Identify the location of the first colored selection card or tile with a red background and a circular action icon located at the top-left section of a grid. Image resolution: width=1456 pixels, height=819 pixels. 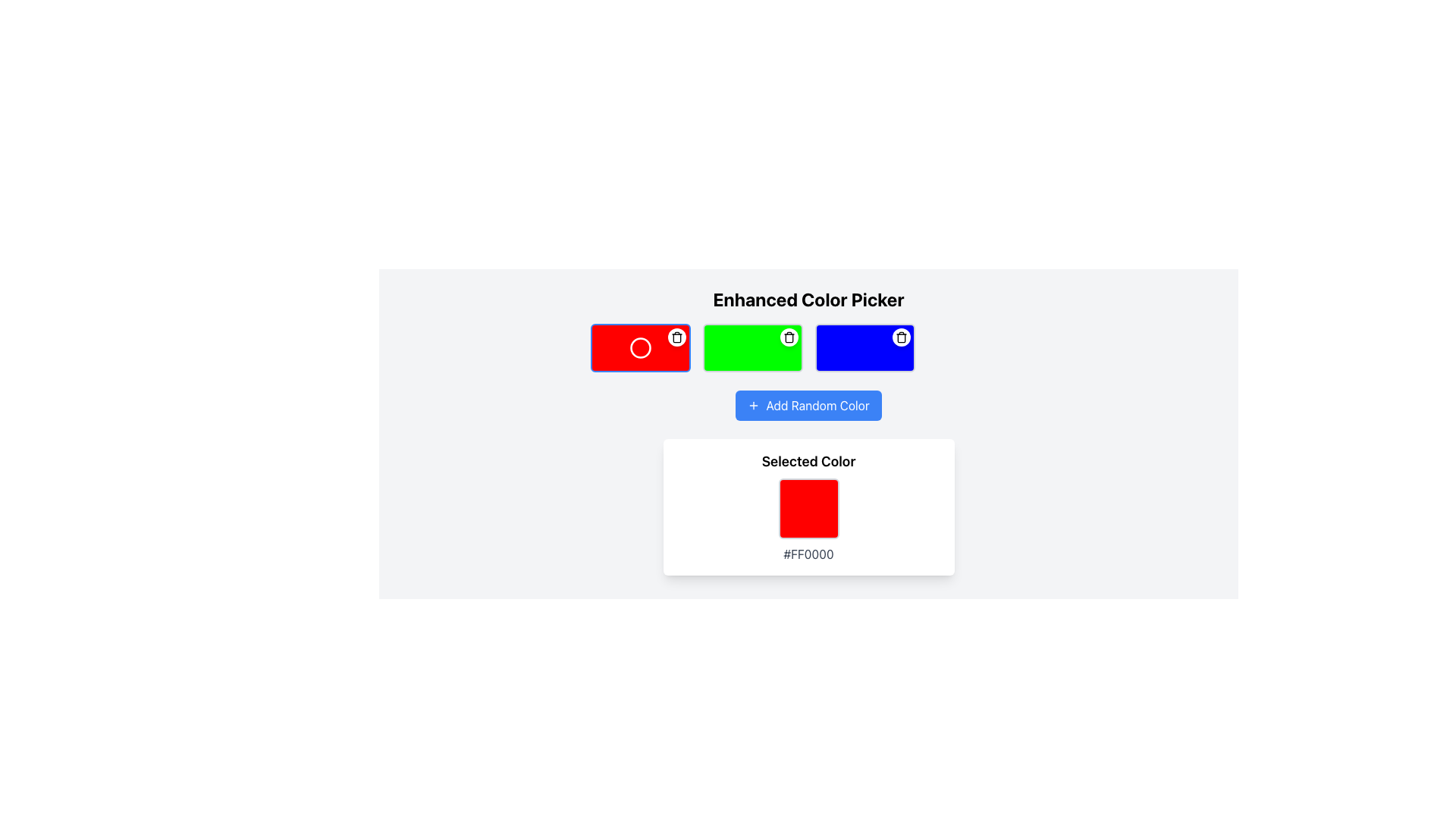
(640, 348).